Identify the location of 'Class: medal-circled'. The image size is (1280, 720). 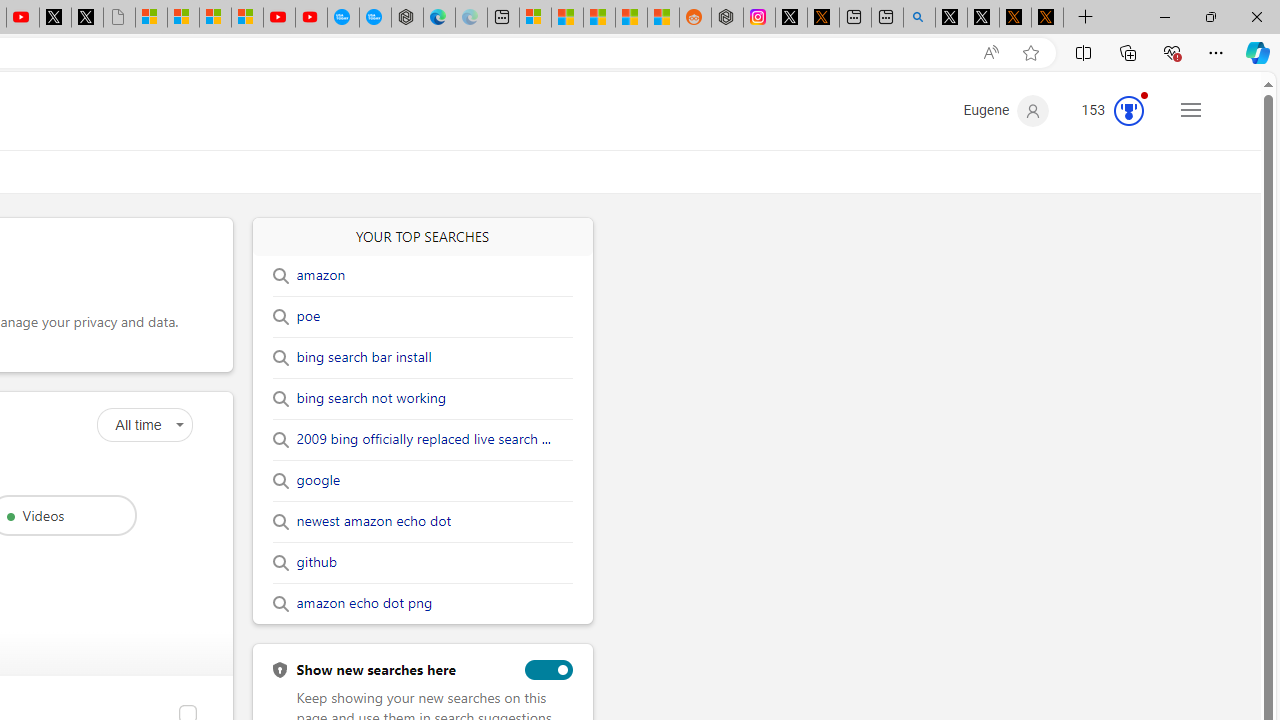
(1129, 110).